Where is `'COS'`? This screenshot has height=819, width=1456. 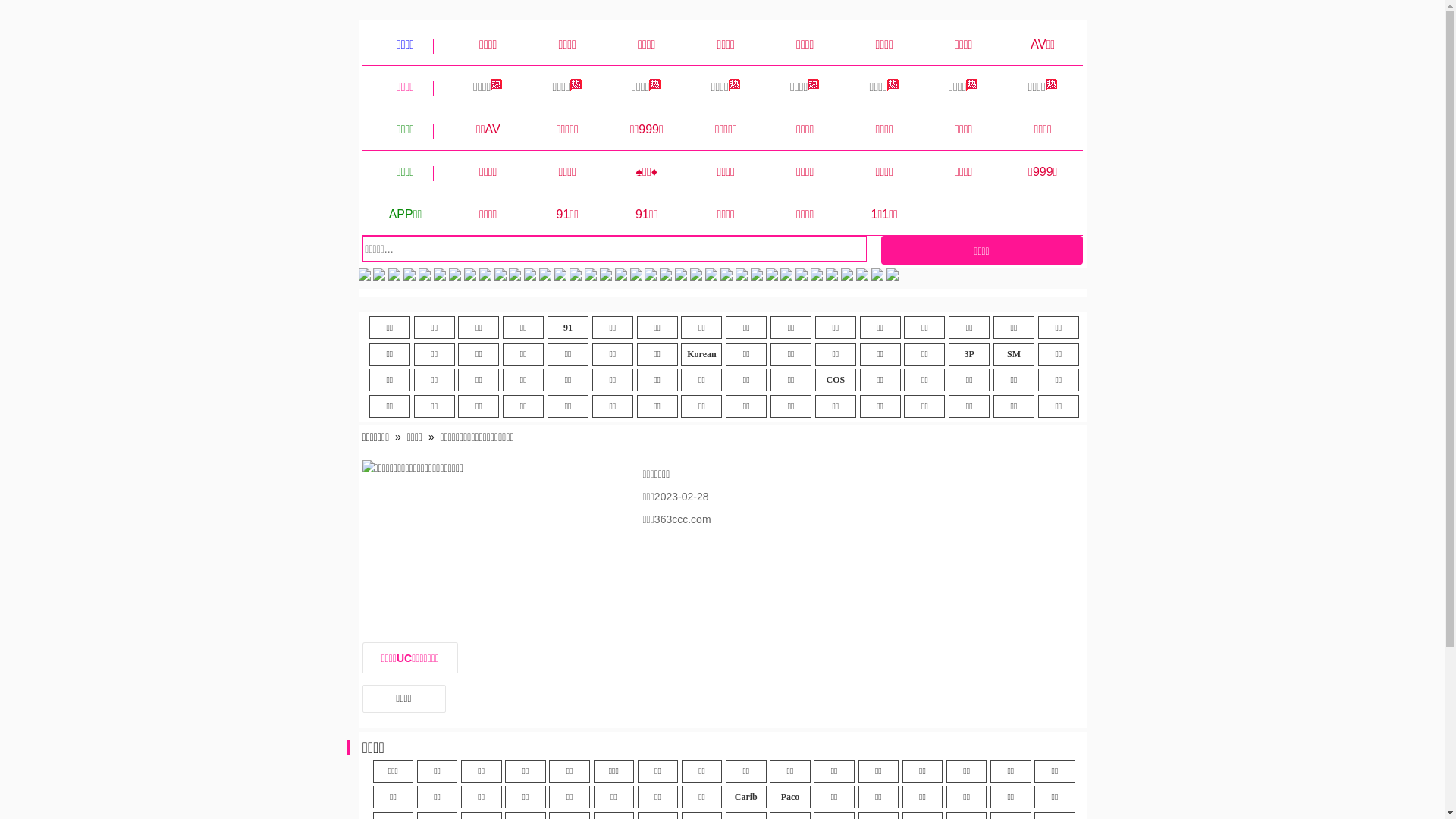 'COS' is located at coordinates (814, 379).